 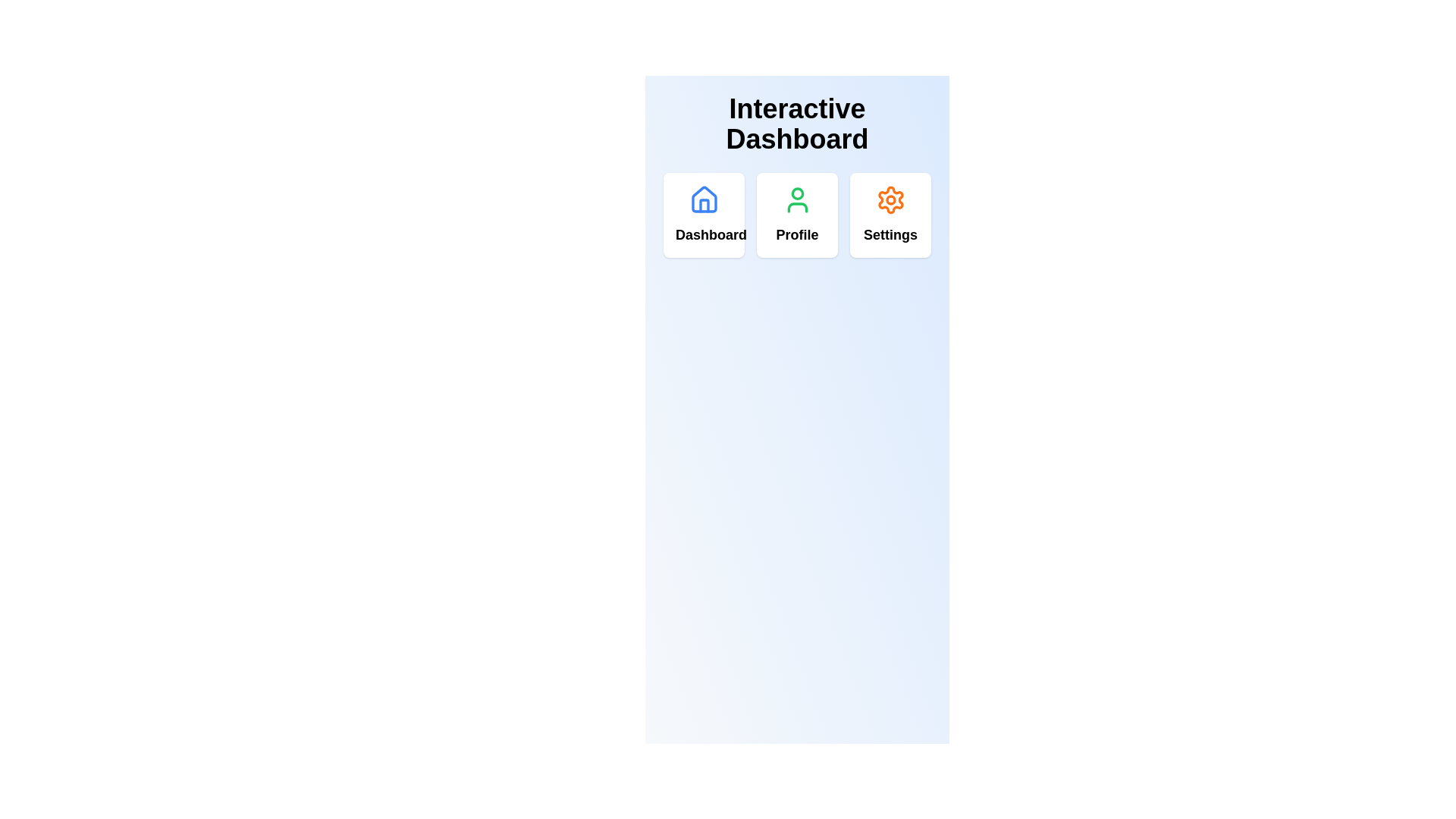 What do you see at coordinates (890, 199) in the screenshot?
I see `the orange gear-shaped icon in the settings button group on the right side of the horizontal menu` at bounding box center [890, 199].